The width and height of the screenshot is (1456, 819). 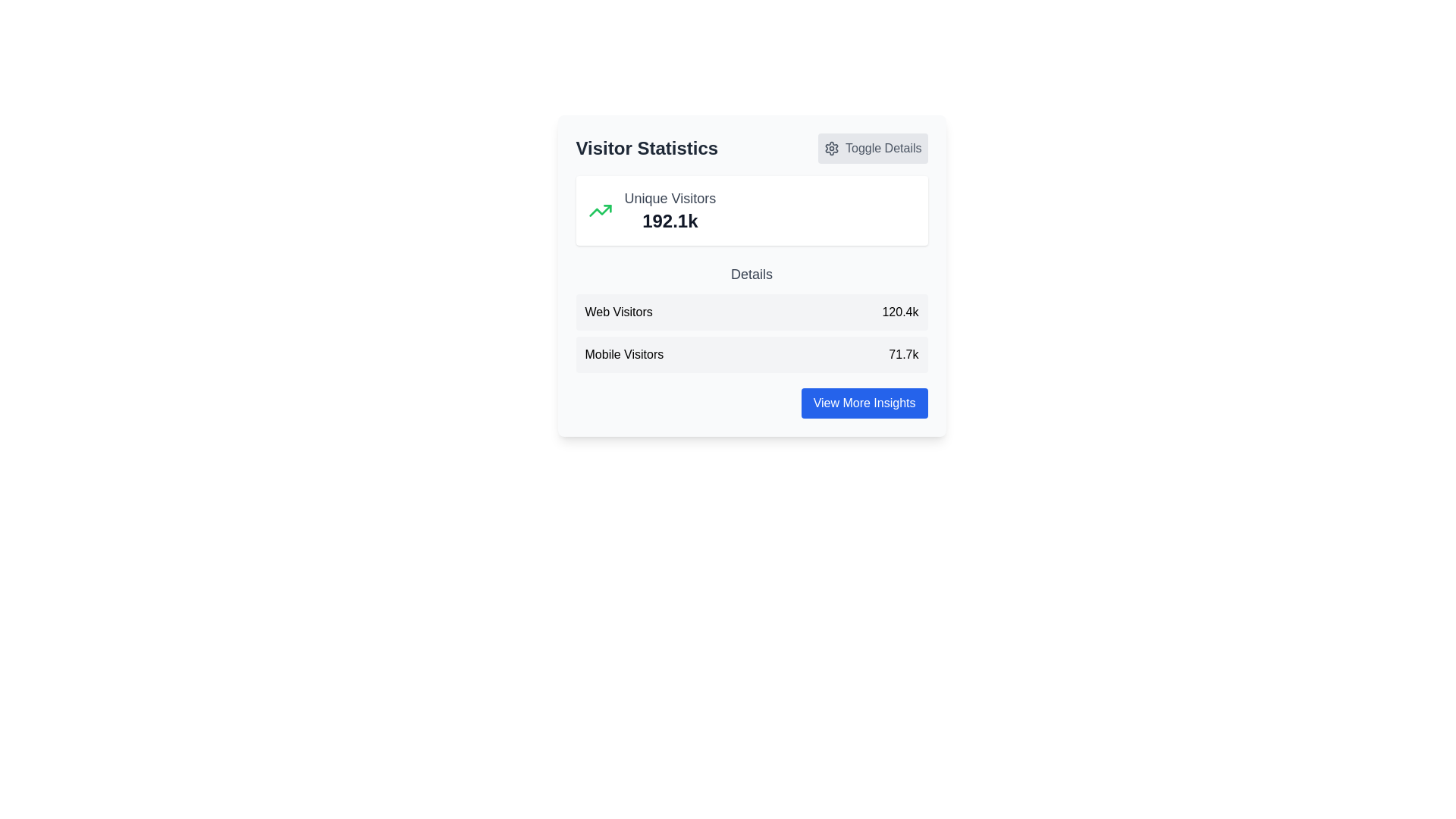 What do you see at coordinates (752, 210) in the screenshot?
I see `the Informational Card displaying the number of unique visitors located in the Visitor Statistics section, positioned between the title and the Details subsection` at bounding box center [752, 210].